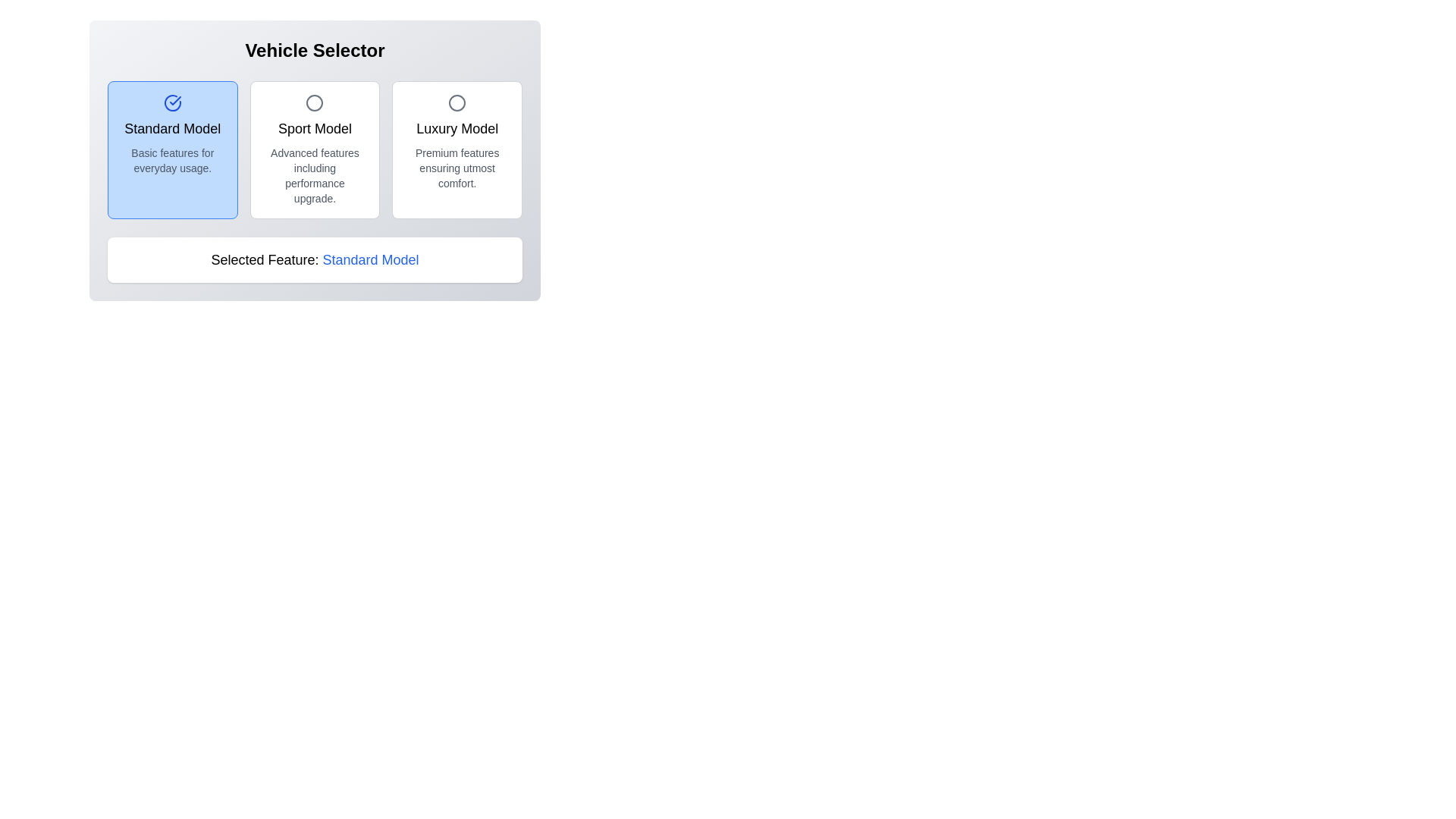  I want to click on the 'Vehicle Selector' text label, which is a large, bold-styled heading positioned at the top of the UI card, above the grid of choice cards, so click(314, 49).